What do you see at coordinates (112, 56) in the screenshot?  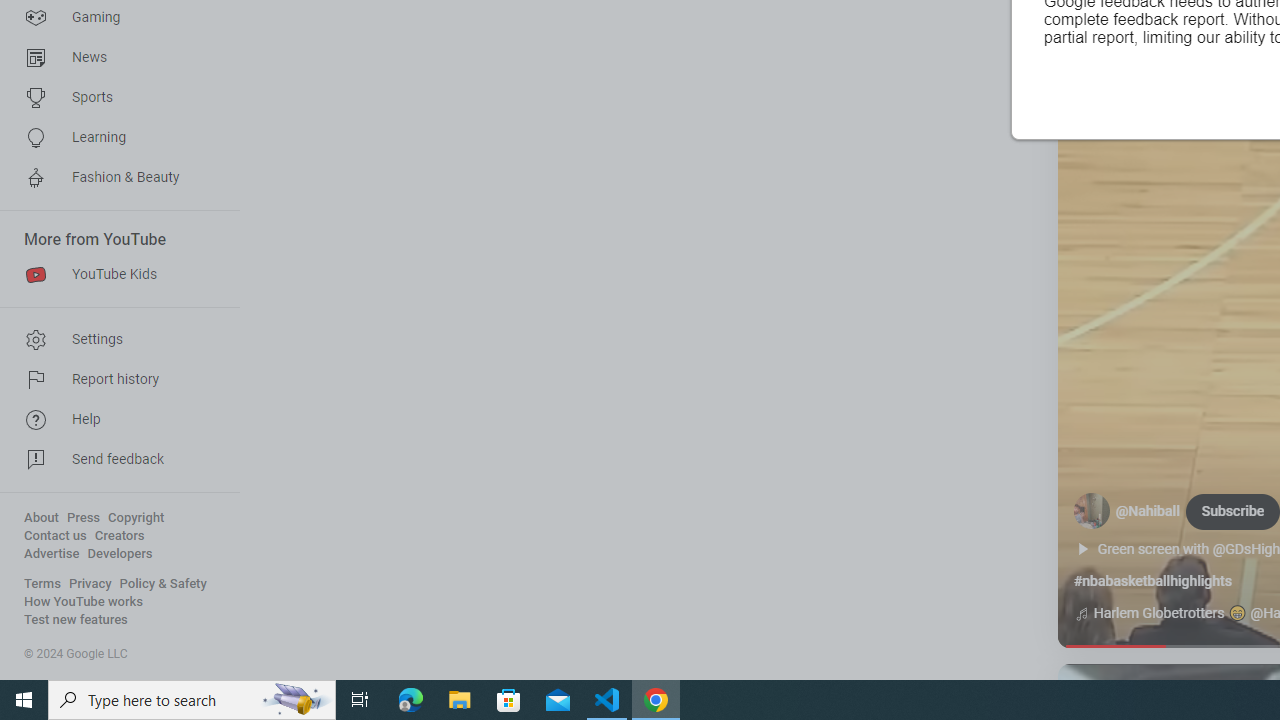 I see `'News'` at bounding box center [112, 56].